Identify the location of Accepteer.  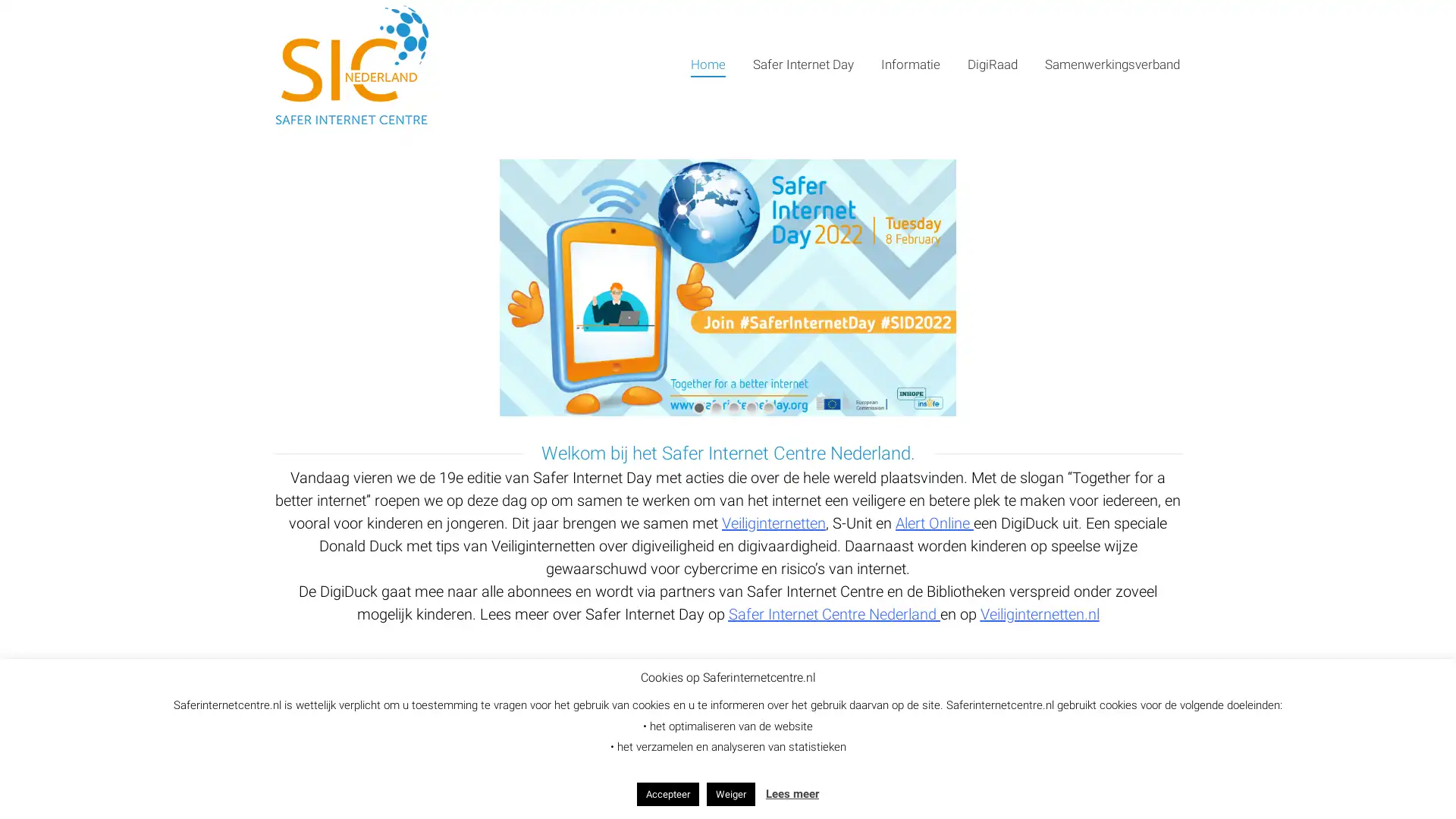
(667, 793).